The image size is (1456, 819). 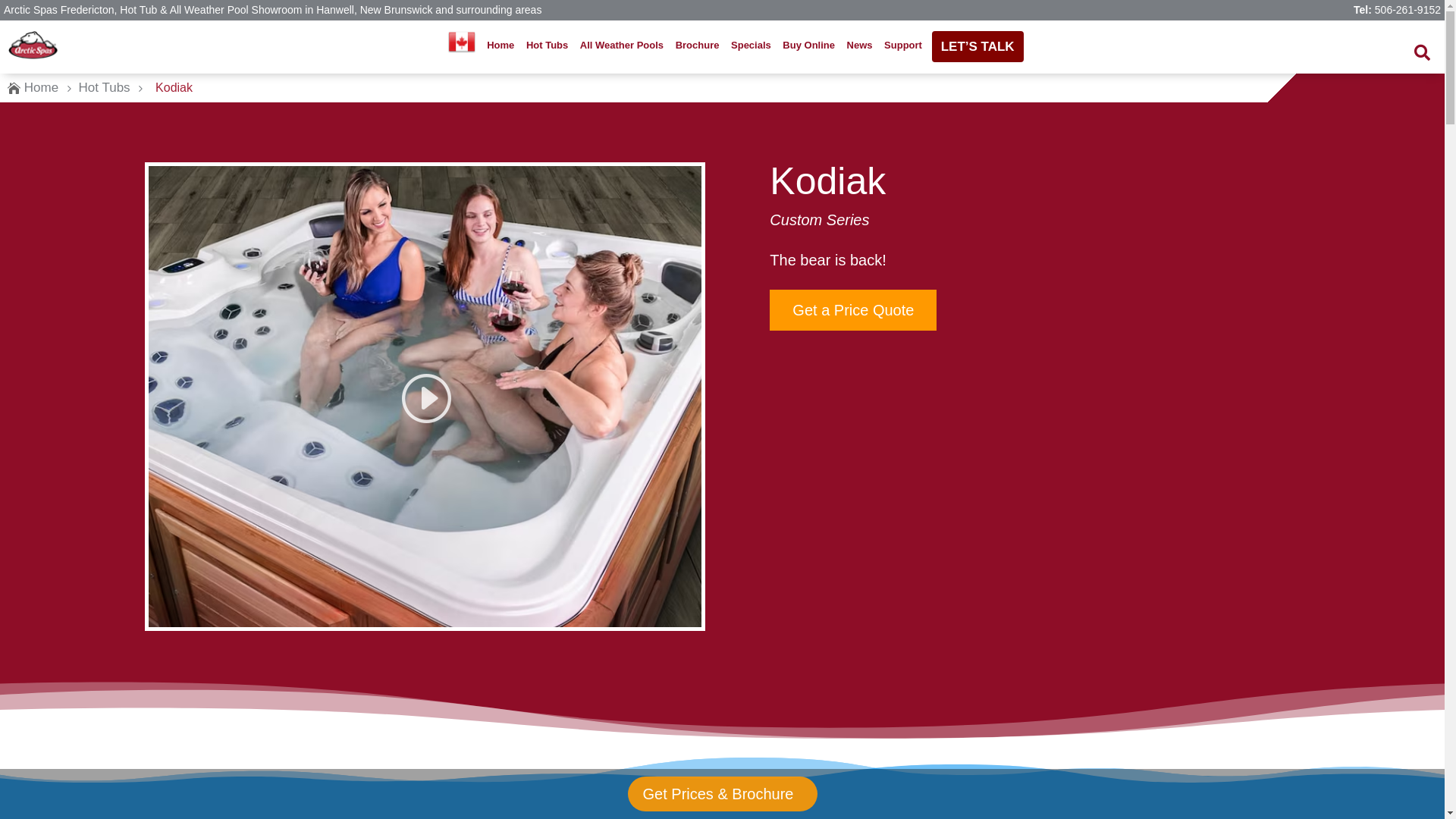 What do you see at coordinates (779, 44) in the screenshot?
I see `'Buy Online'` at bounding box center [779, 44].